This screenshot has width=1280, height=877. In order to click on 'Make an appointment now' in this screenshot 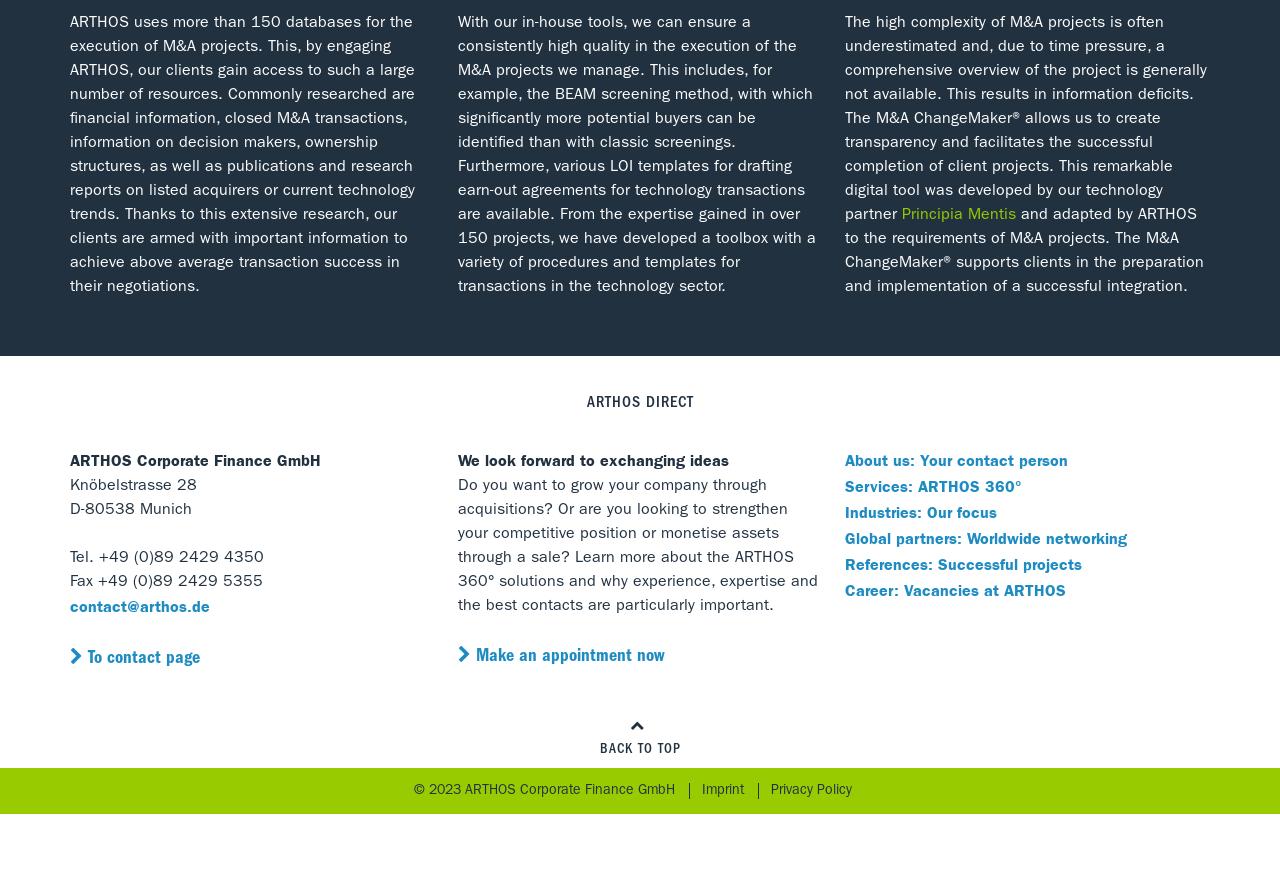, I will do `click(567, 658)`.